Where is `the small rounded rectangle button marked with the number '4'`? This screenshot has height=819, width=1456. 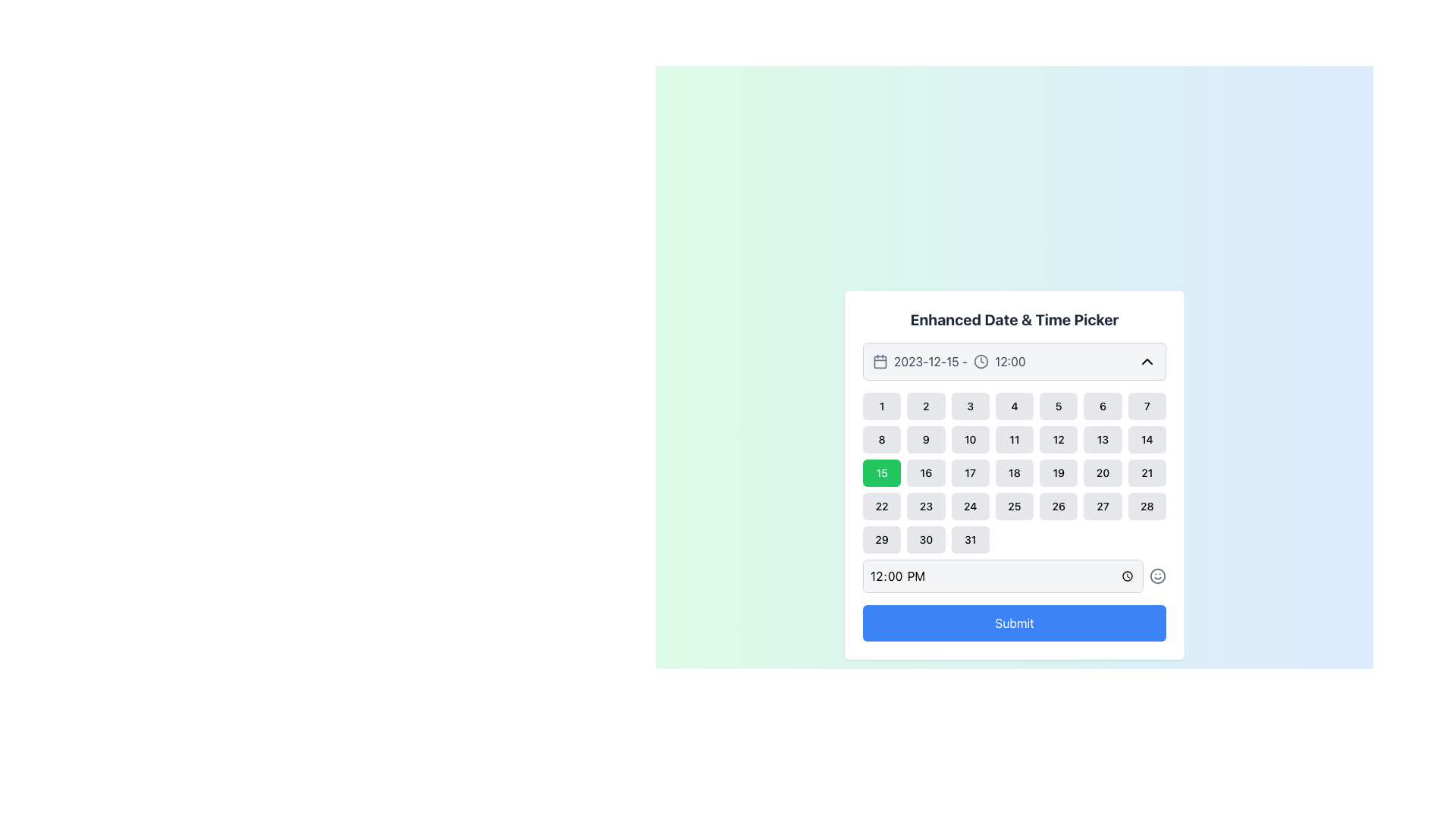 the small rounded rectangle button marked with the number '4' is located at coordinates (1015, 406).